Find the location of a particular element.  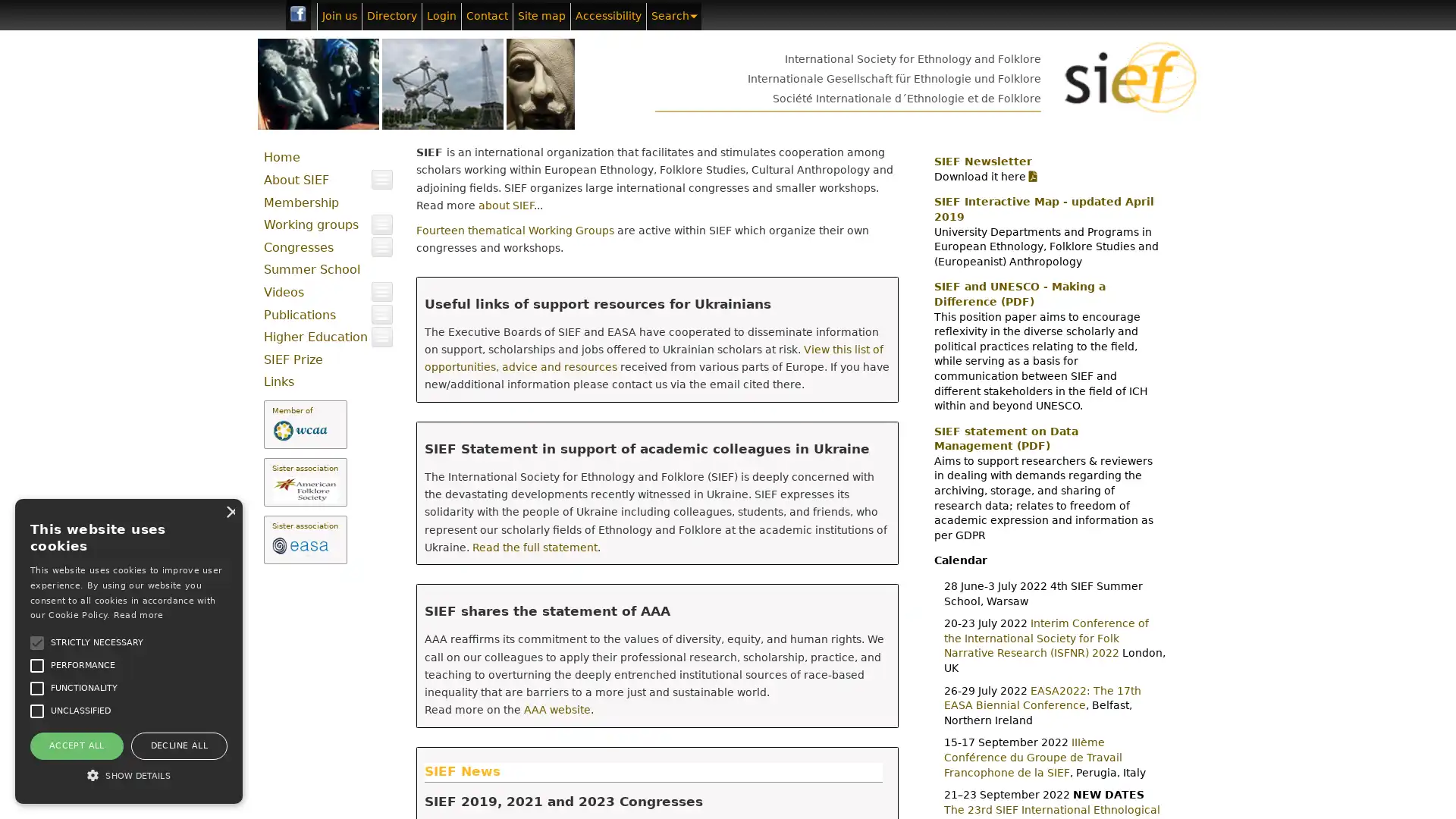

ACCEPT ALL is located at coordinates (75, 745).